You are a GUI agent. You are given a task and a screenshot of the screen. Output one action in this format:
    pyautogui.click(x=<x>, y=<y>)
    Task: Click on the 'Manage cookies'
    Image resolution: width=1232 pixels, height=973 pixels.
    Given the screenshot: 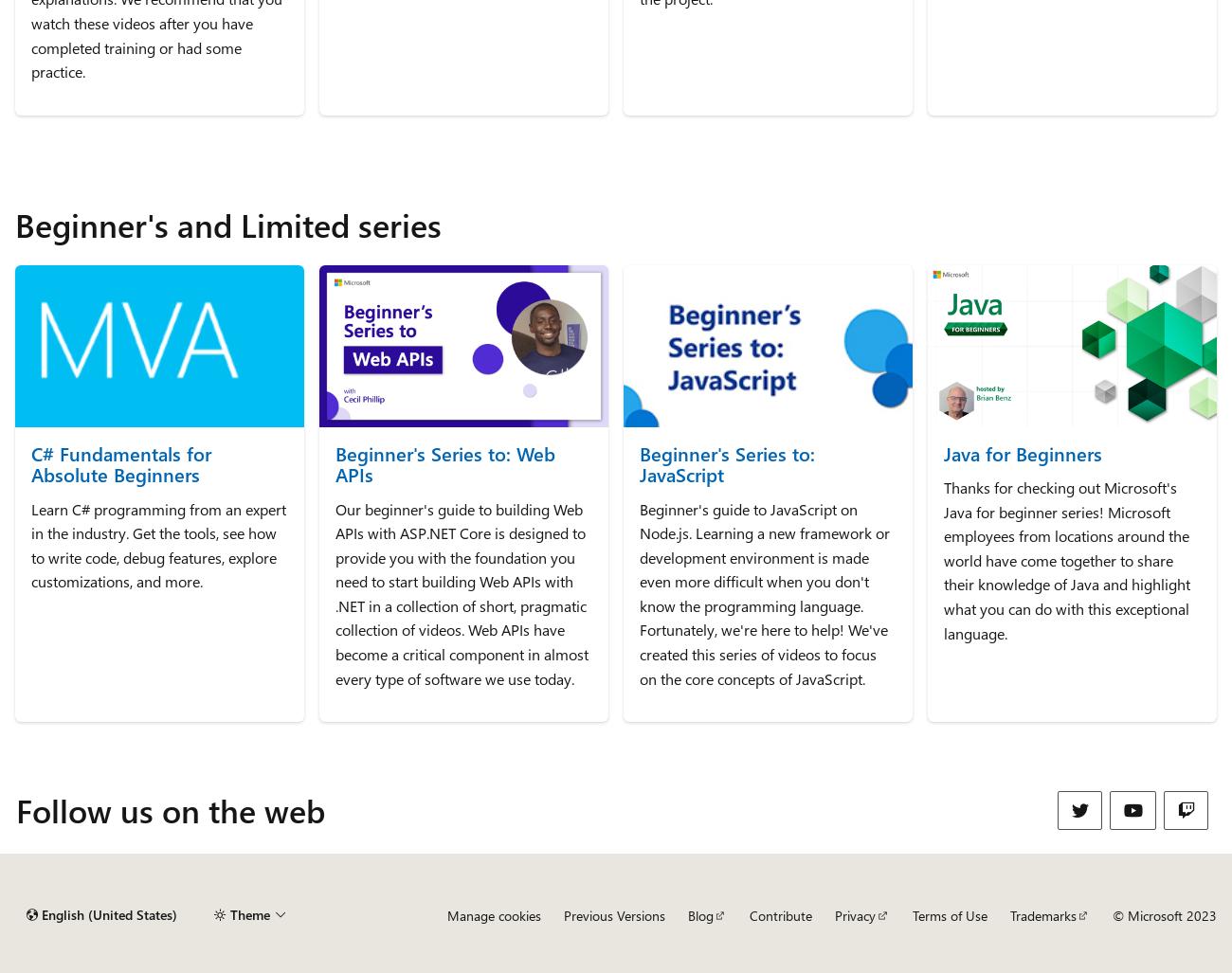 What is the action you would take?
    pyautogui.click(x=493, y=914)
    